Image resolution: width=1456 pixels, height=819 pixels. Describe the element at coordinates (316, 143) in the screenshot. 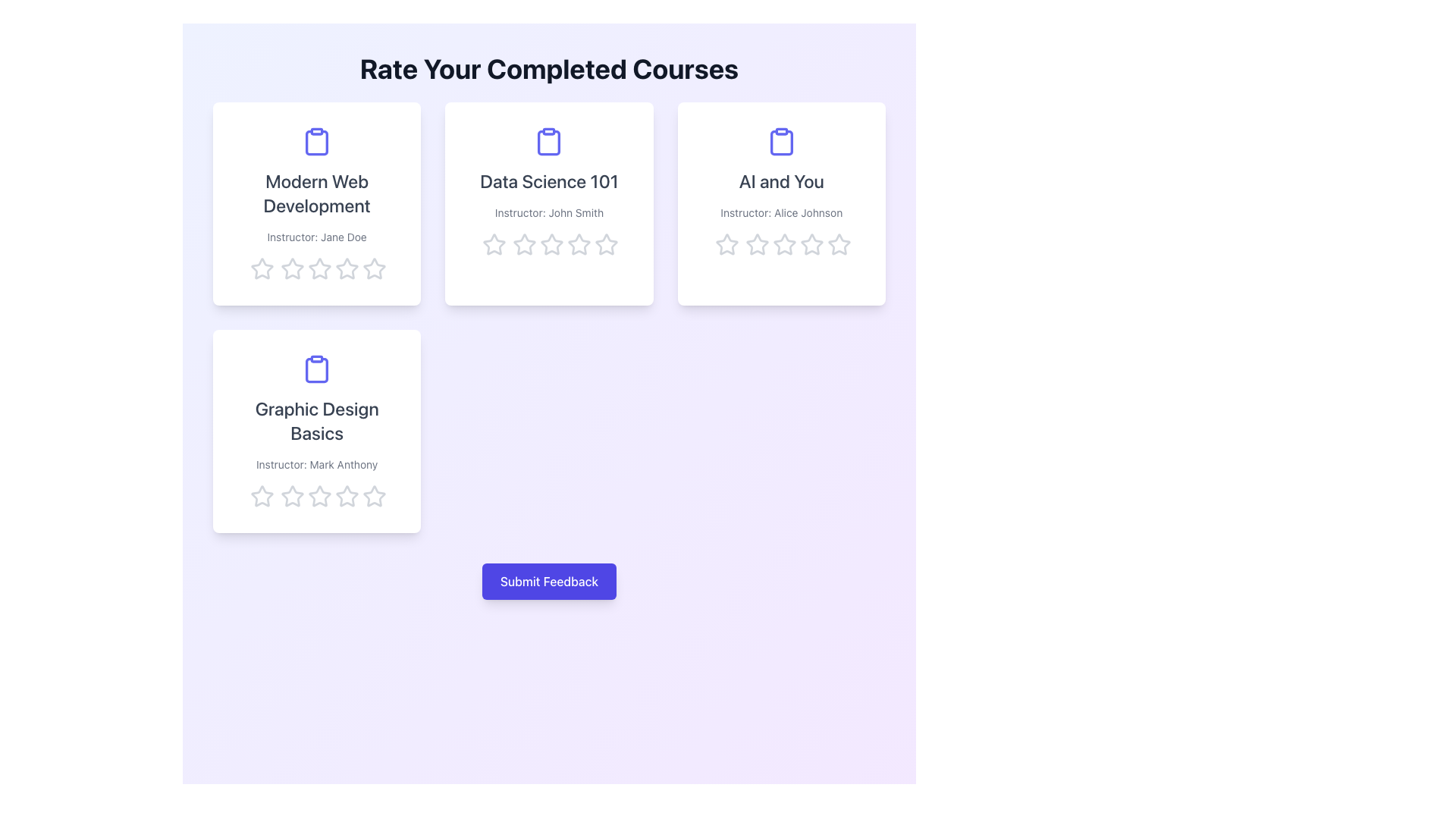

I see `the purple clipboard icon located above the title 'Modern Web Development' in the top-left card of the 2x2 grid` at that location.